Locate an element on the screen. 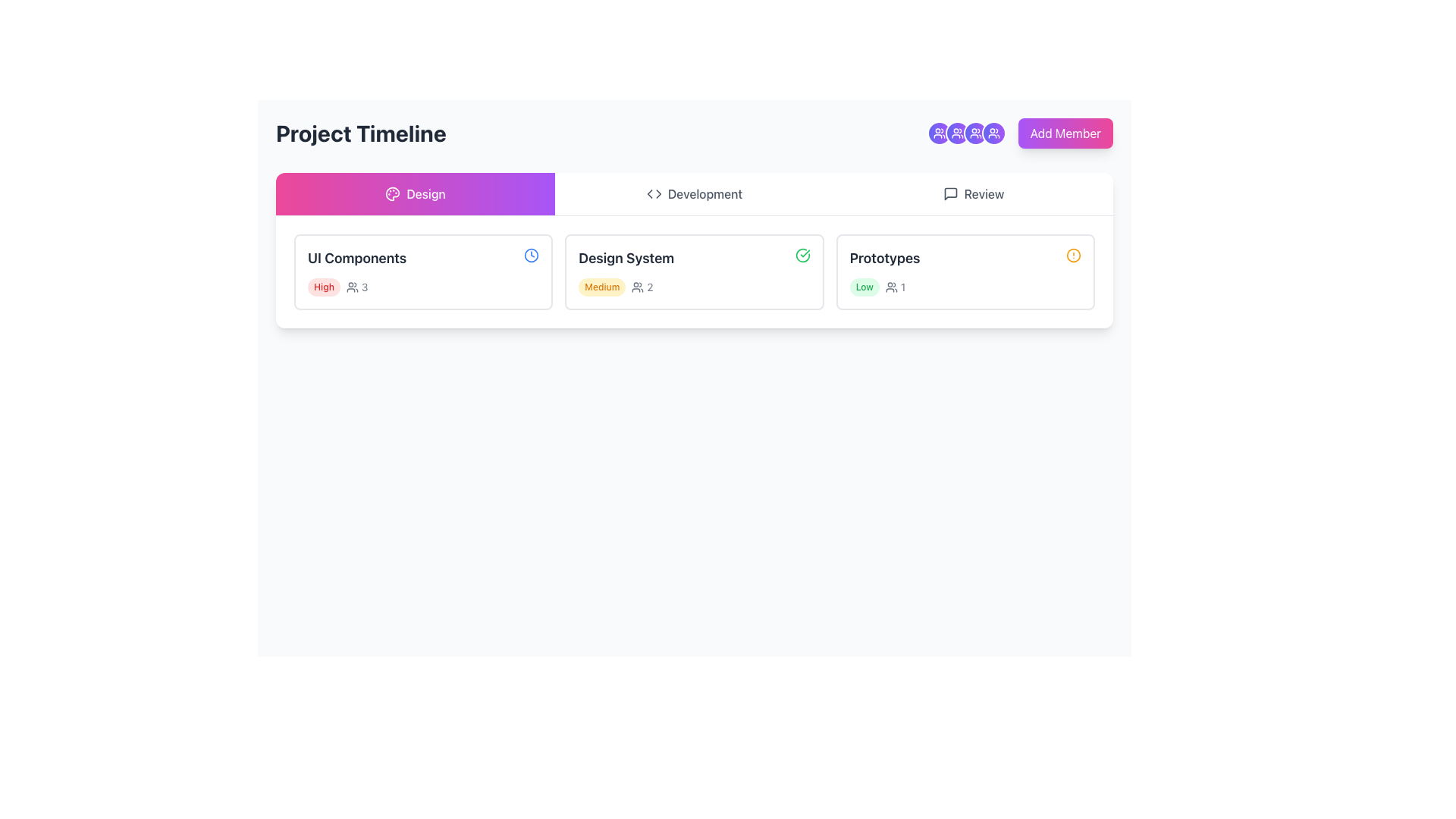  the small numeric text label displaying '1', which is styled with a small font size and gray color, located to the right of a user icon is located at coordinates (902, 287).